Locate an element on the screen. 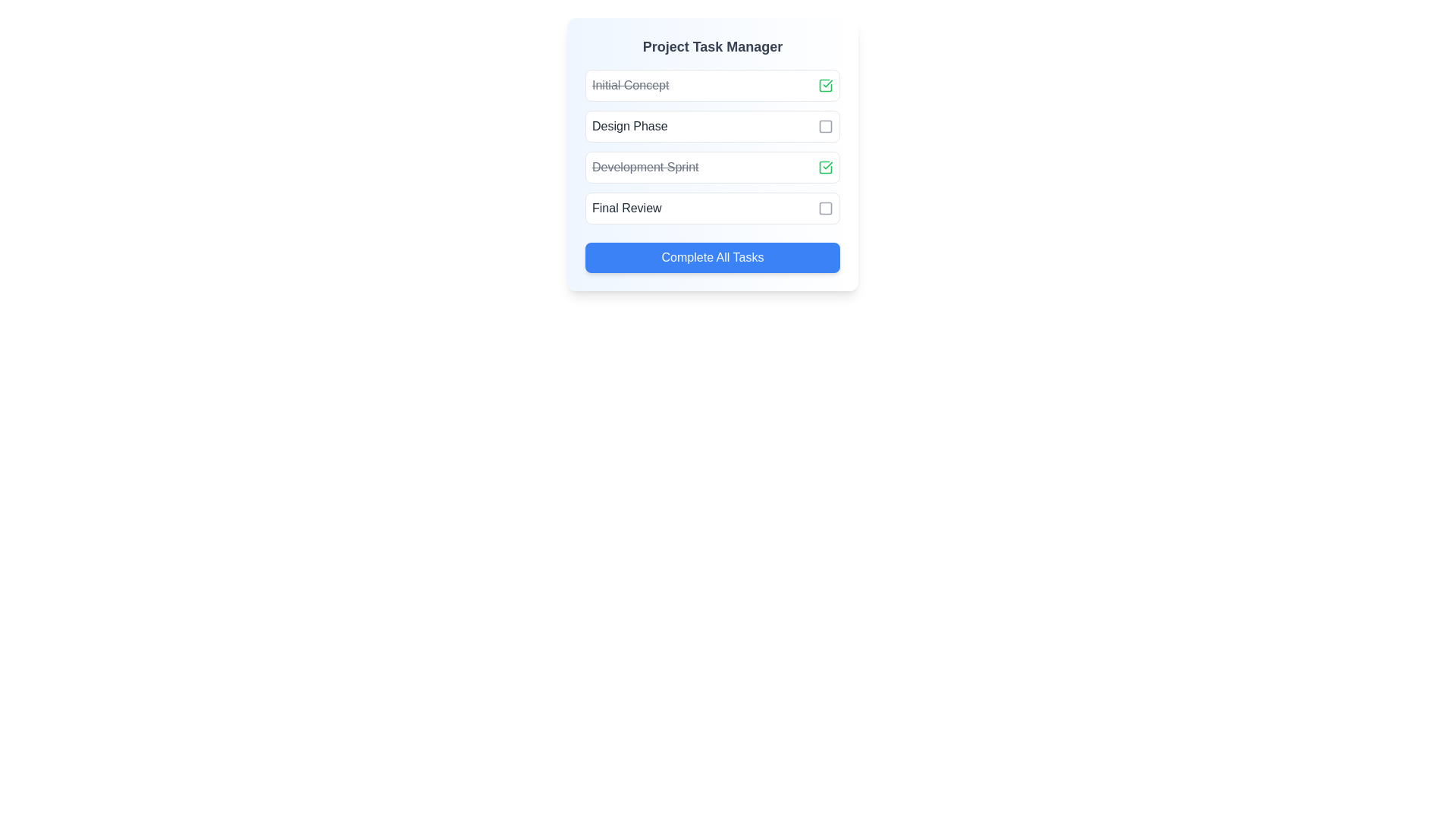  the square Checkbox or task marker icon located to the right of the 'Design Phase' text is located at coordinates (825, 125).